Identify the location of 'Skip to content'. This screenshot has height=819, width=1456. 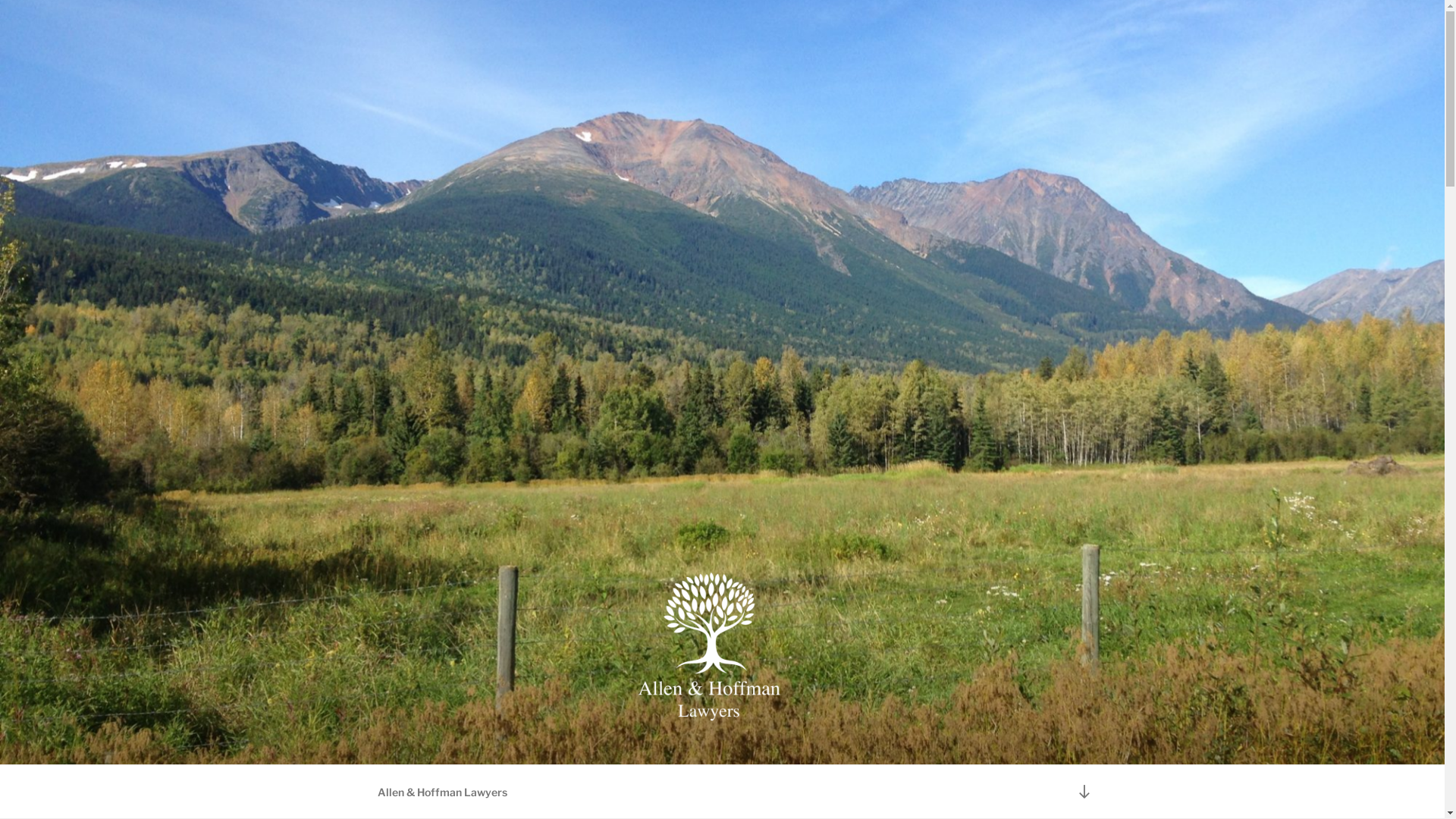
(0, 0).